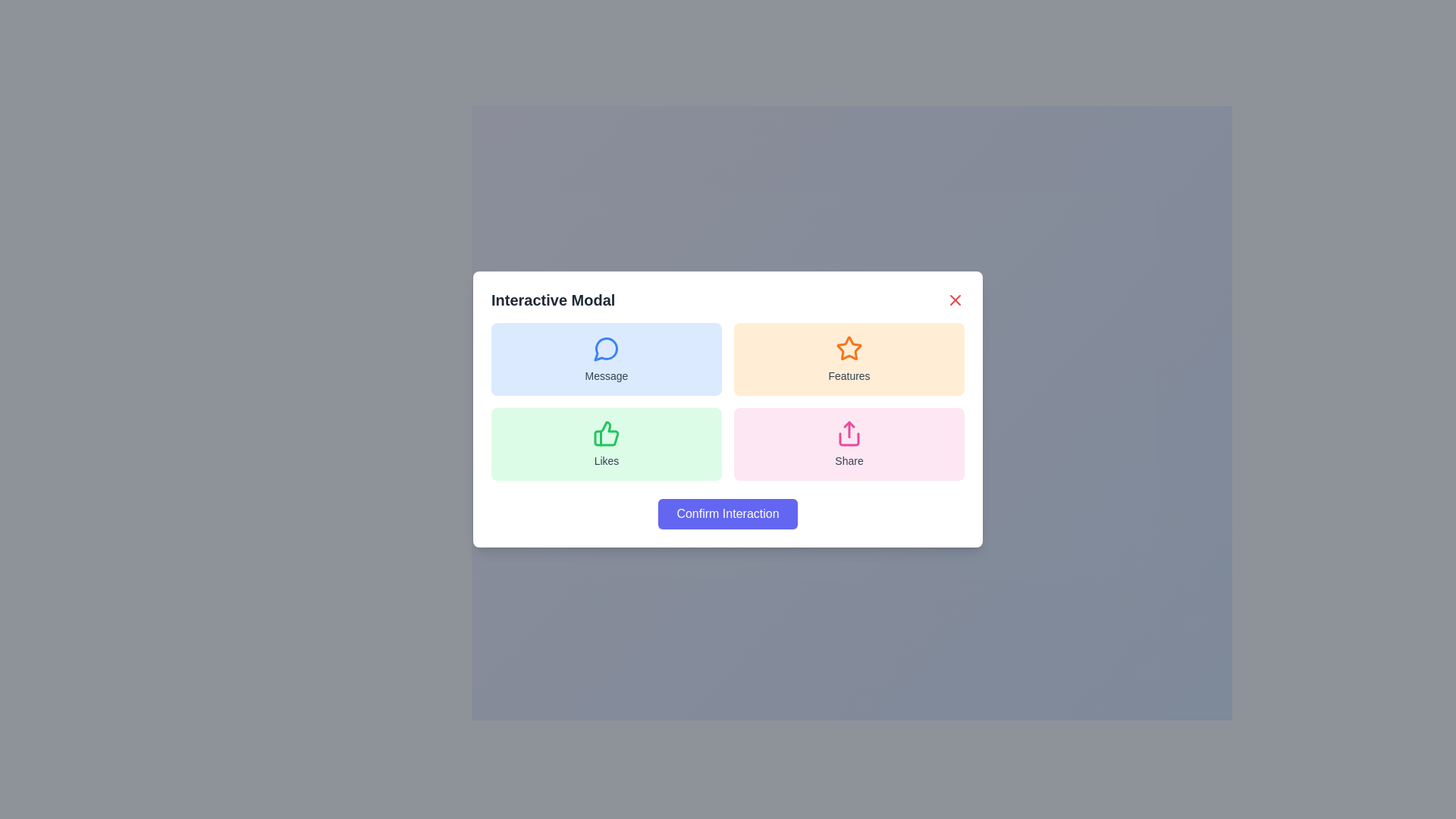 The height and width of the screenshot is (819, 1456). What do you see at coordinates (848, 439) in the screenshot?
I see `the decorative icon segment within the 'Share' button located in the bottom-right section of the modal, which aids in the recognition of its function` at bounding box center [848, 439].